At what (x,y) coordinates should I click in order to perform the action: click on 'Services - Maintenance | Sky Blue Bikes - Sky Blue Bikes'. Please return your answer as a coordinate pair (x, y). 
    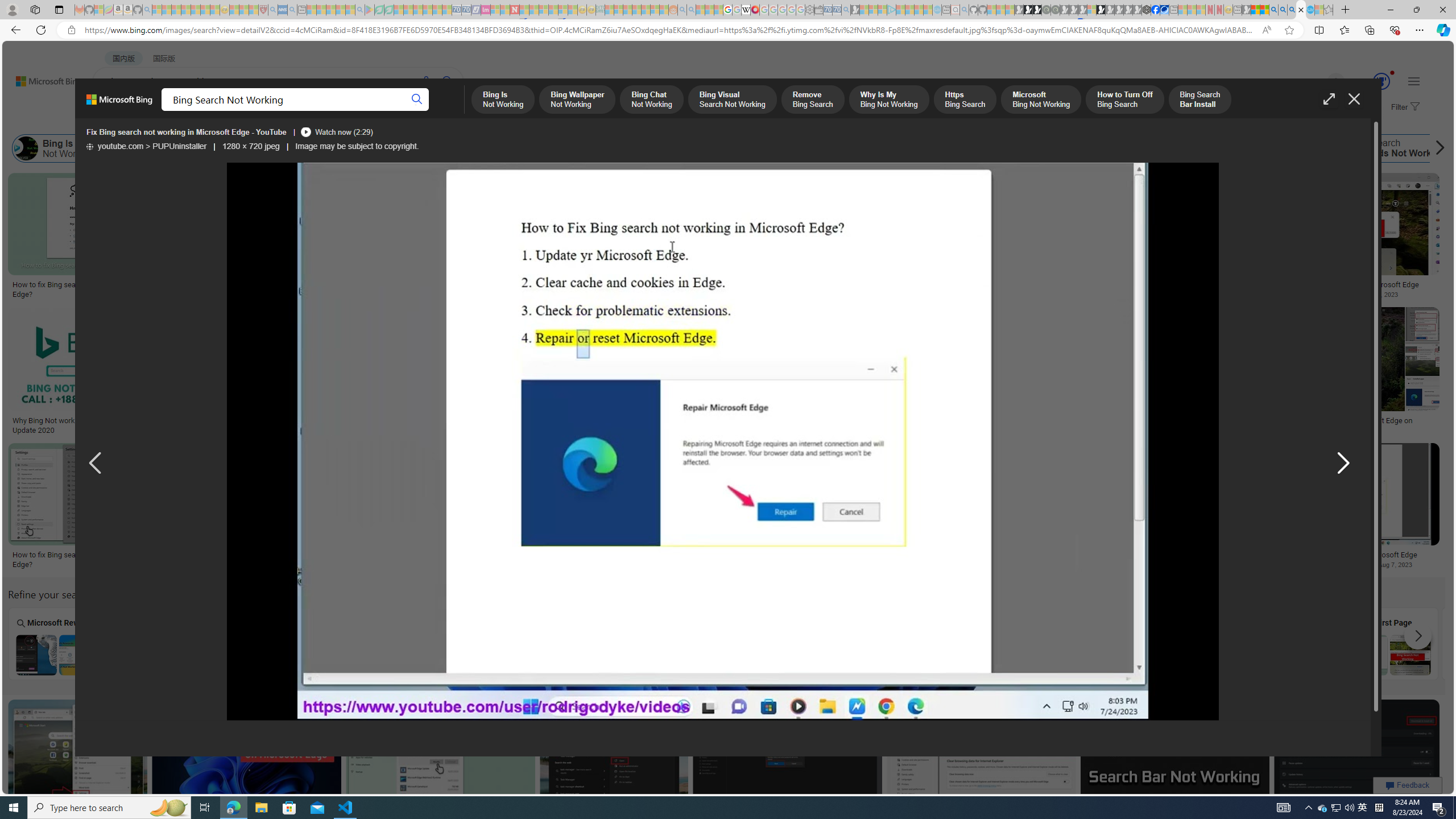
    Looking at the image, I should click on (1309, 9).